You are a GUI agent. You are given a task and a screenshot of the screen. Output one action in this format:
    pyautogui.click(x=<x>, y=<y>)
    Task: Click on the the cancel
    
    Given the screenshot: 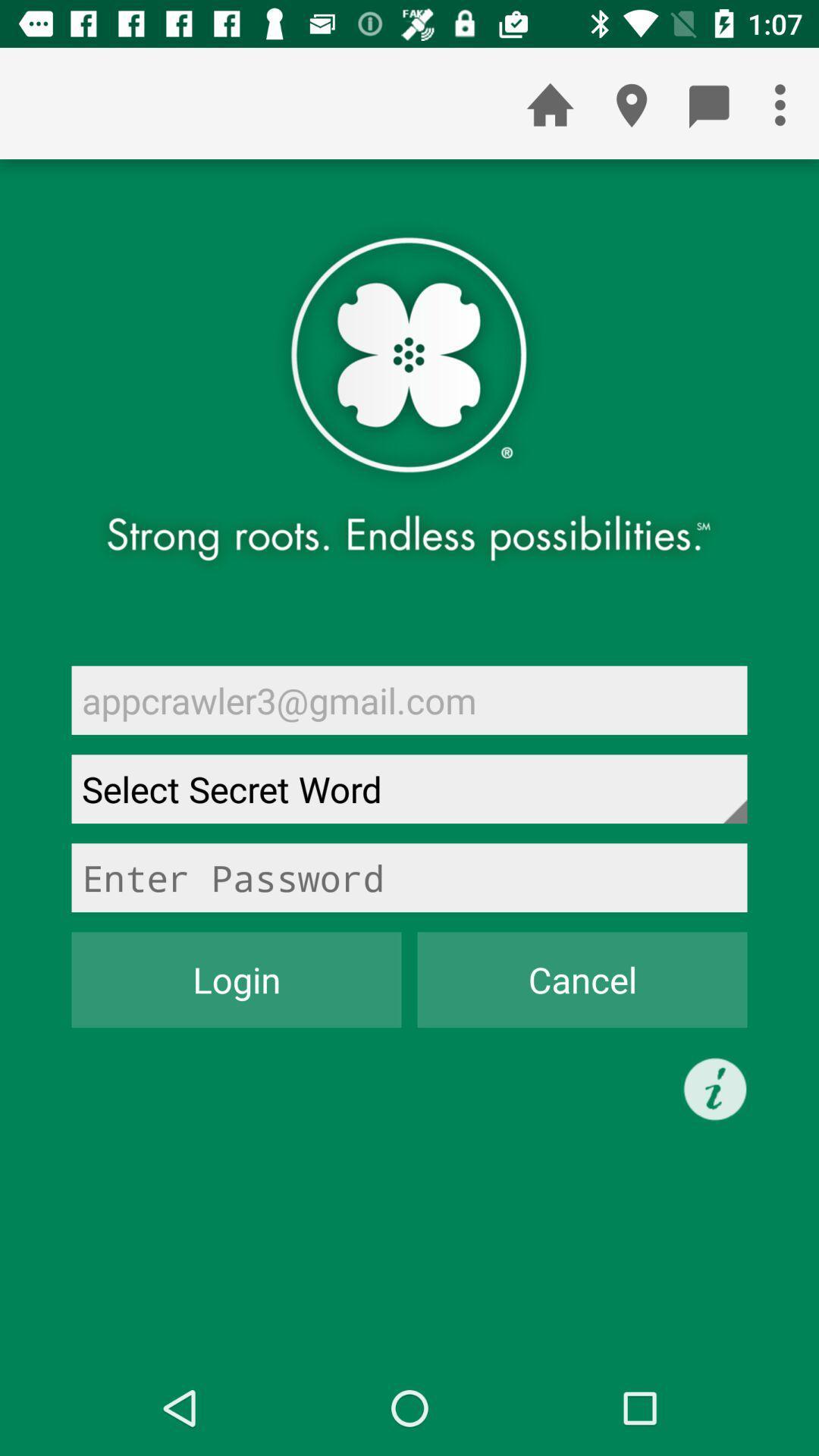 What is the action you would take?
    pyautogui.click(x=581, y=980)
    